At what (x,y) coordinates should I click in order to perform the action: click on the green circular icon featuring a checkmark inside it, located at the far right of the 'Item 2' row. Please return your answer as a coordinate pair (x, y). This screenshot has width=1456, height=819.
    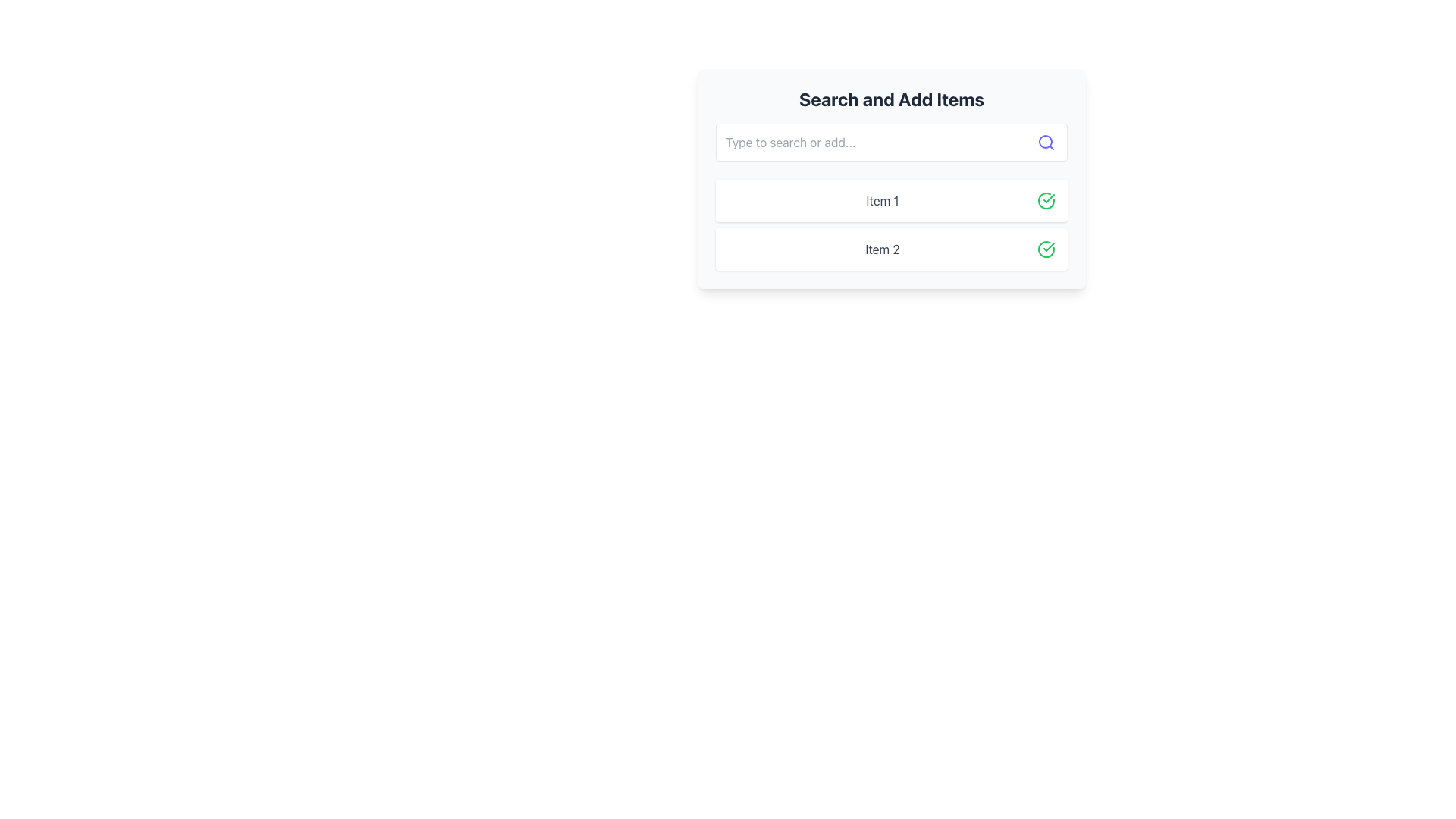
    Looking at the image, I should click on (1046, 248).